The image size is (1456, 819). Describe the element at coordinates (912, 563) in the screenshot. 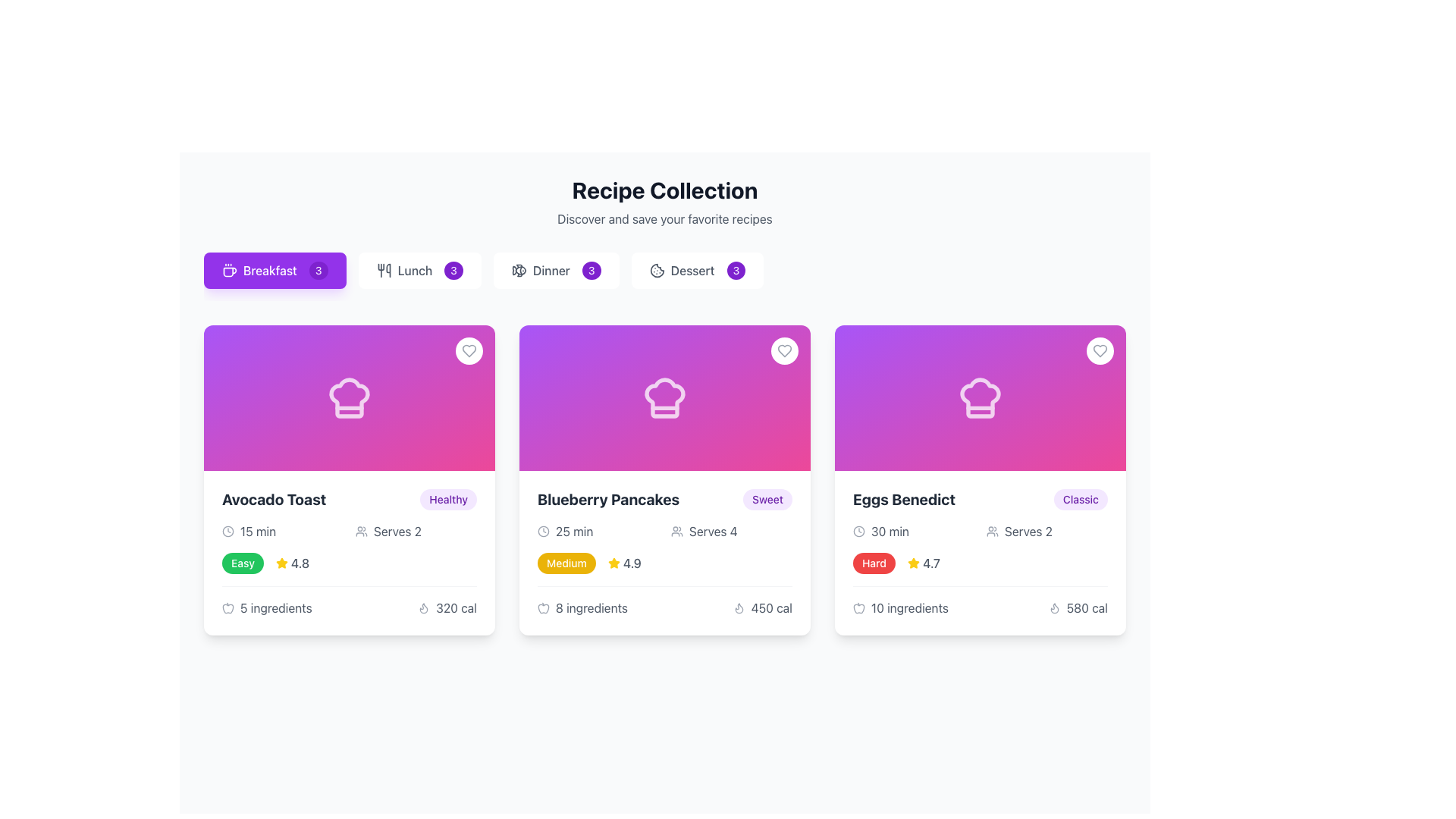

I see `the star-shaped SVG icon located in the rating section of the 'Eggs Benedict' recipe card for interaction` at that location.